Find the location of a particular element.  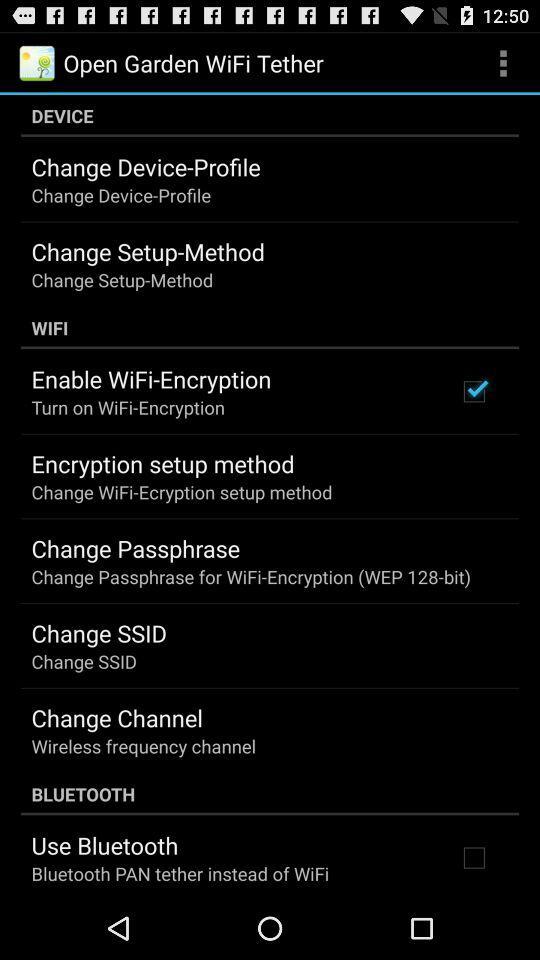

bluetooth pan tether app is located at coordinates (180, 872).